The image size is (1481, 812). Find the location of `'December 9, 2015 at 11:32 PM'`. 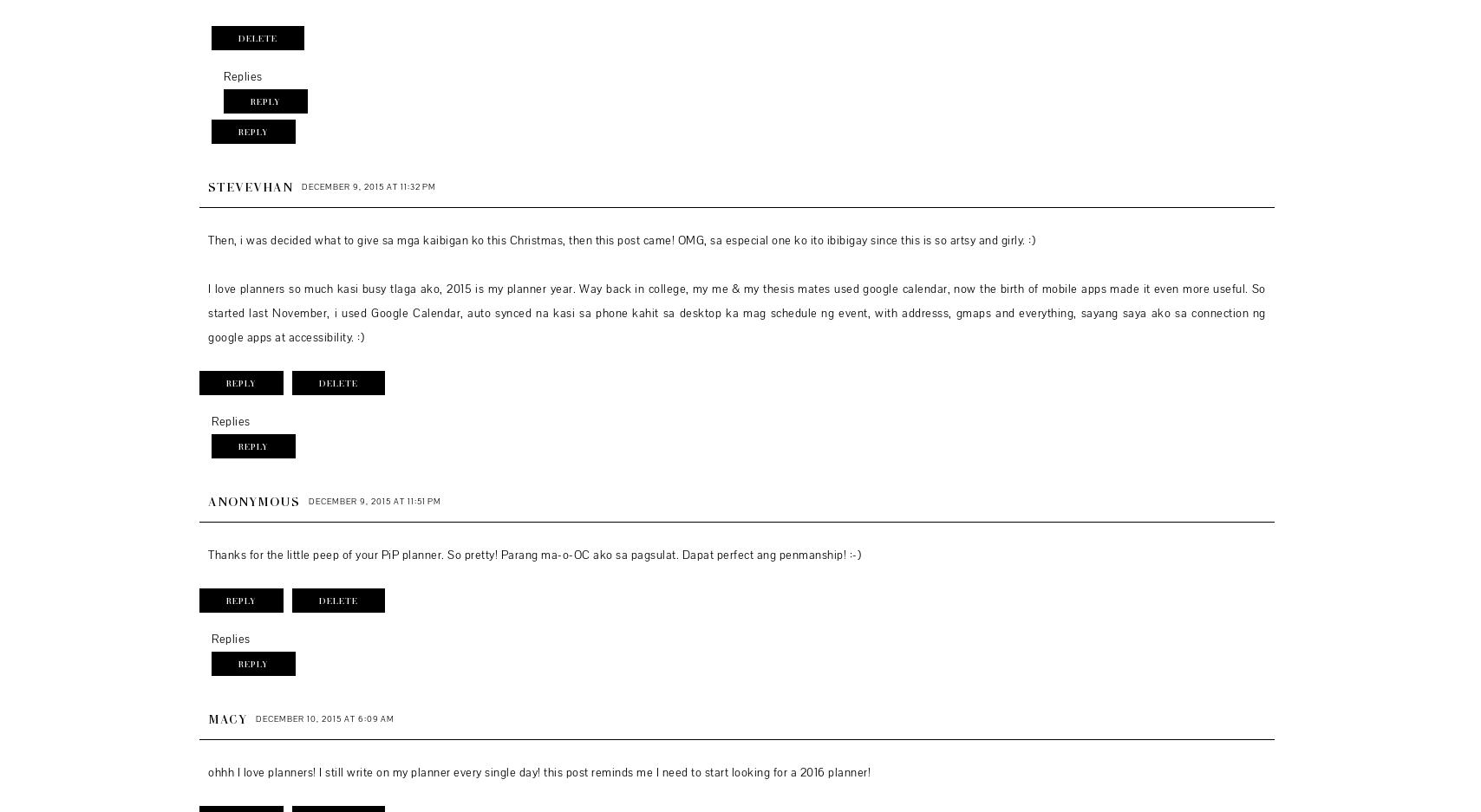

'December 9, 2015 at 11:32 PM' is located at coordinates (369, 185).